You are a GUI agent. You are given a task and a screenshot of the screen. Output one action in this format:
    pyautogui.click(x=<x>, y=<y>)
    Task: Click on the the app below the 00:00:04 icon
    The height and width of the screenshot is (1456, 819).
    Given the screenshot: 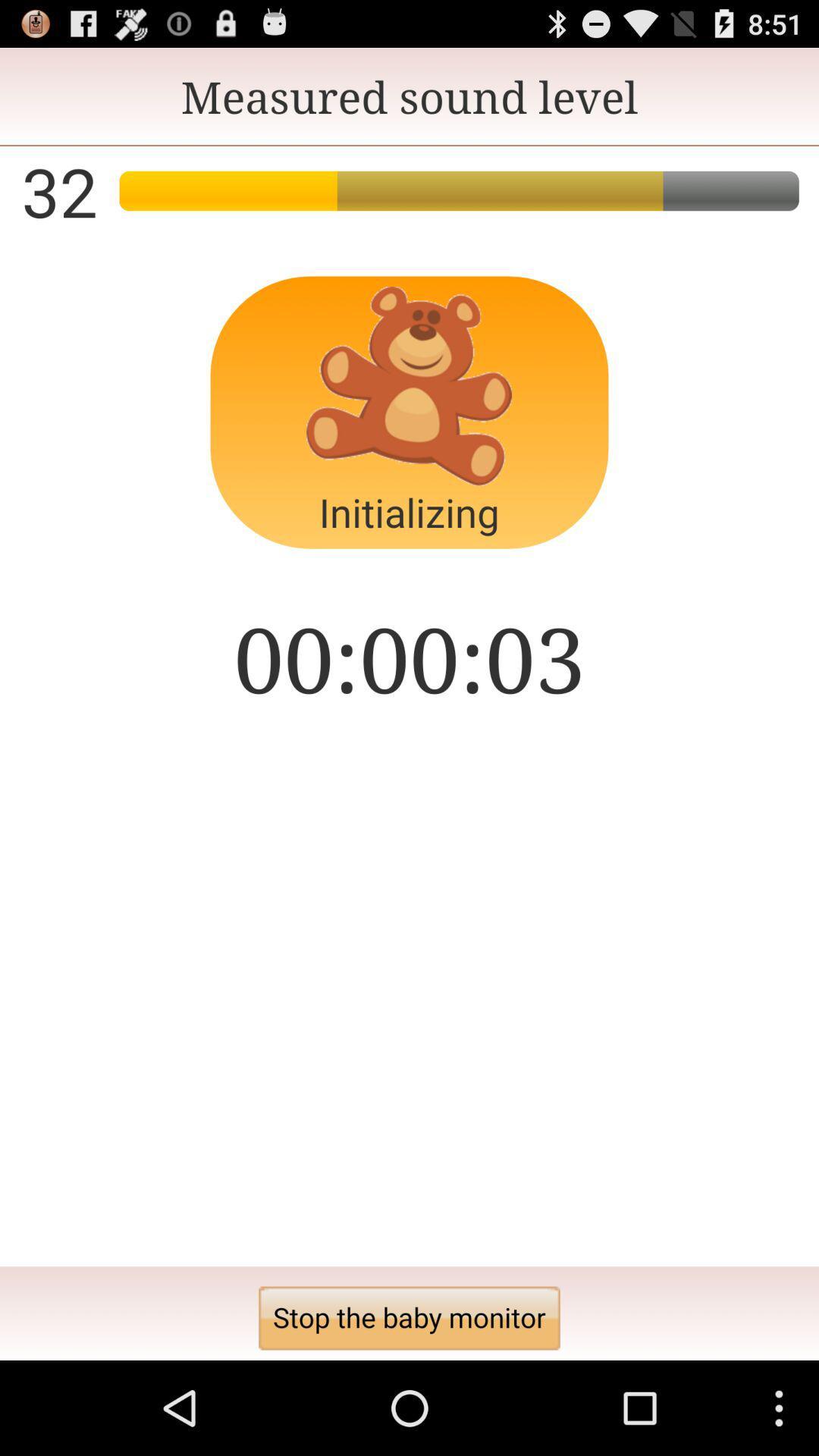 What is the action you would take?
    pyautogui.click(x=409, y=1317)
    